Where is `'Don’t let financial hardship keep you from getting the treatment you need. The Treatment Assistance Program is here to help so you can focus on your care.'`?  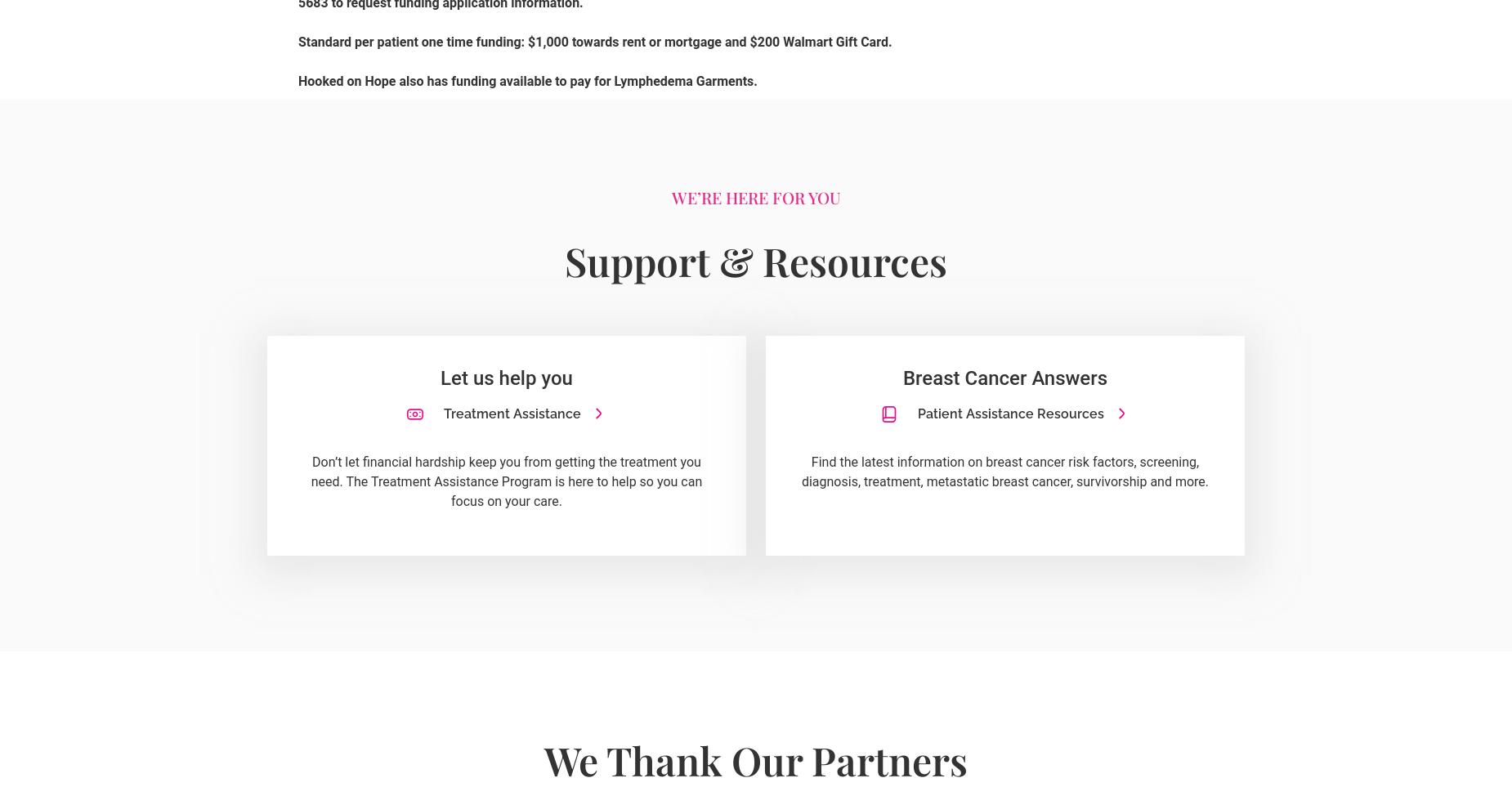 'Don’t let financial hardship keep you from getting the treatment you need. The Treatment Assistance Program is here to help so you can focus on your care.' is located at coordinates (309, 480).